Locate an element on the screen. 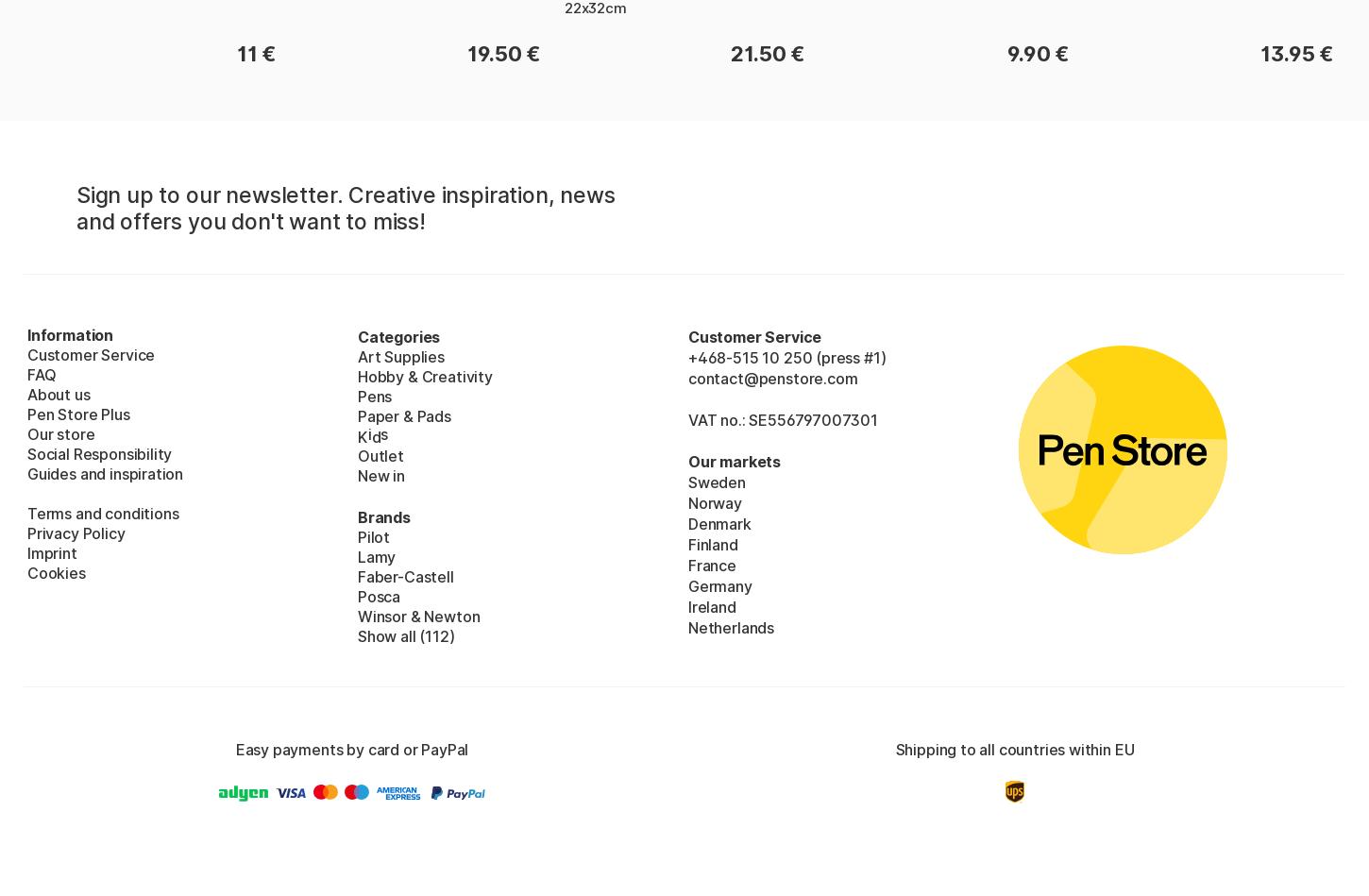 The width and height of the screenshot is (1369, 896). 'contact@penstore.com' is located at coordinates (688, 378).